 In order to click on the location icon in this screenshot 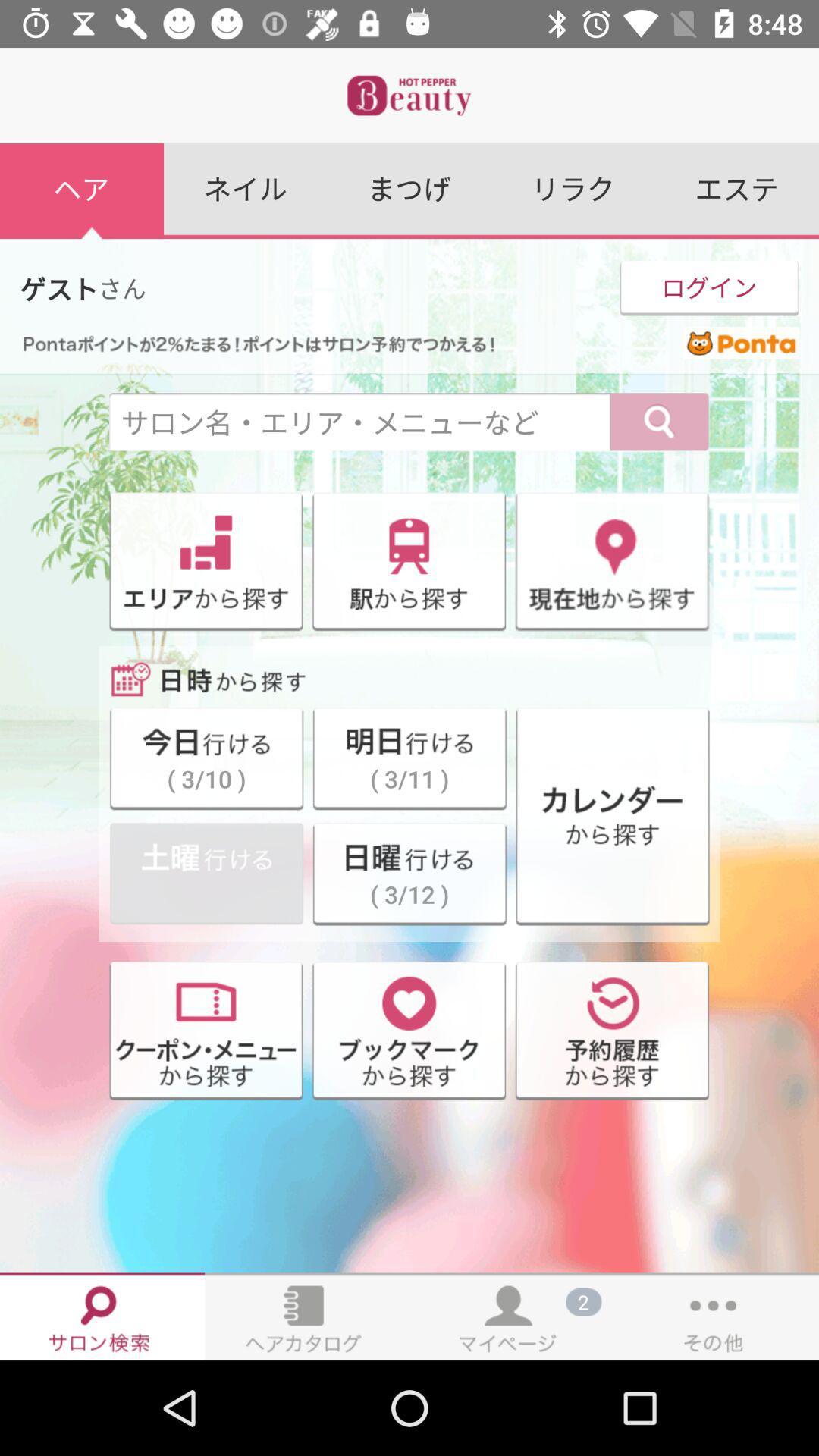, I will do `click(611, 561)`.